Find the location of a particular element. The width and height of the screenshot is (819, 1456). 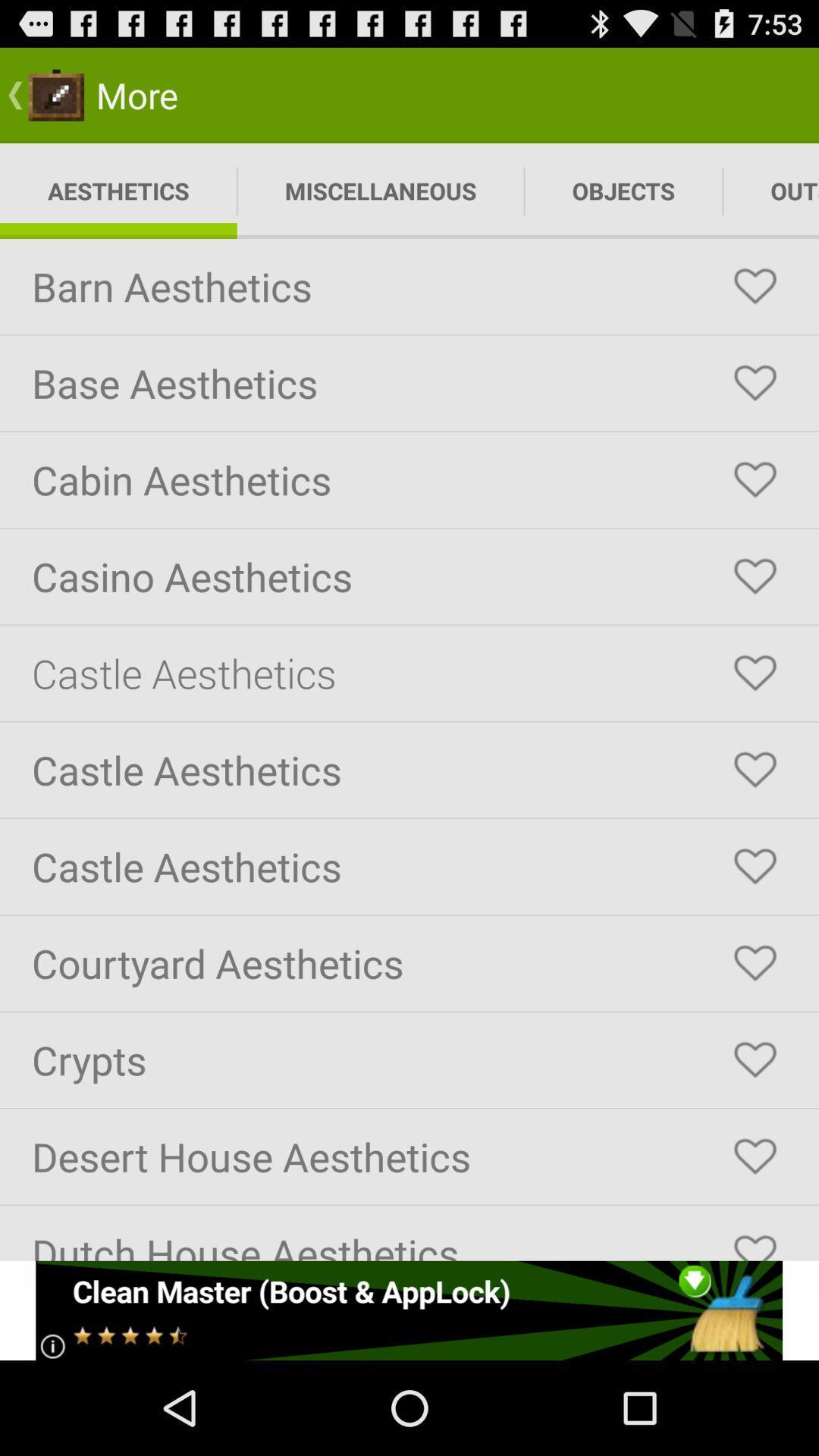

heart is located at coordinates (755, 287).